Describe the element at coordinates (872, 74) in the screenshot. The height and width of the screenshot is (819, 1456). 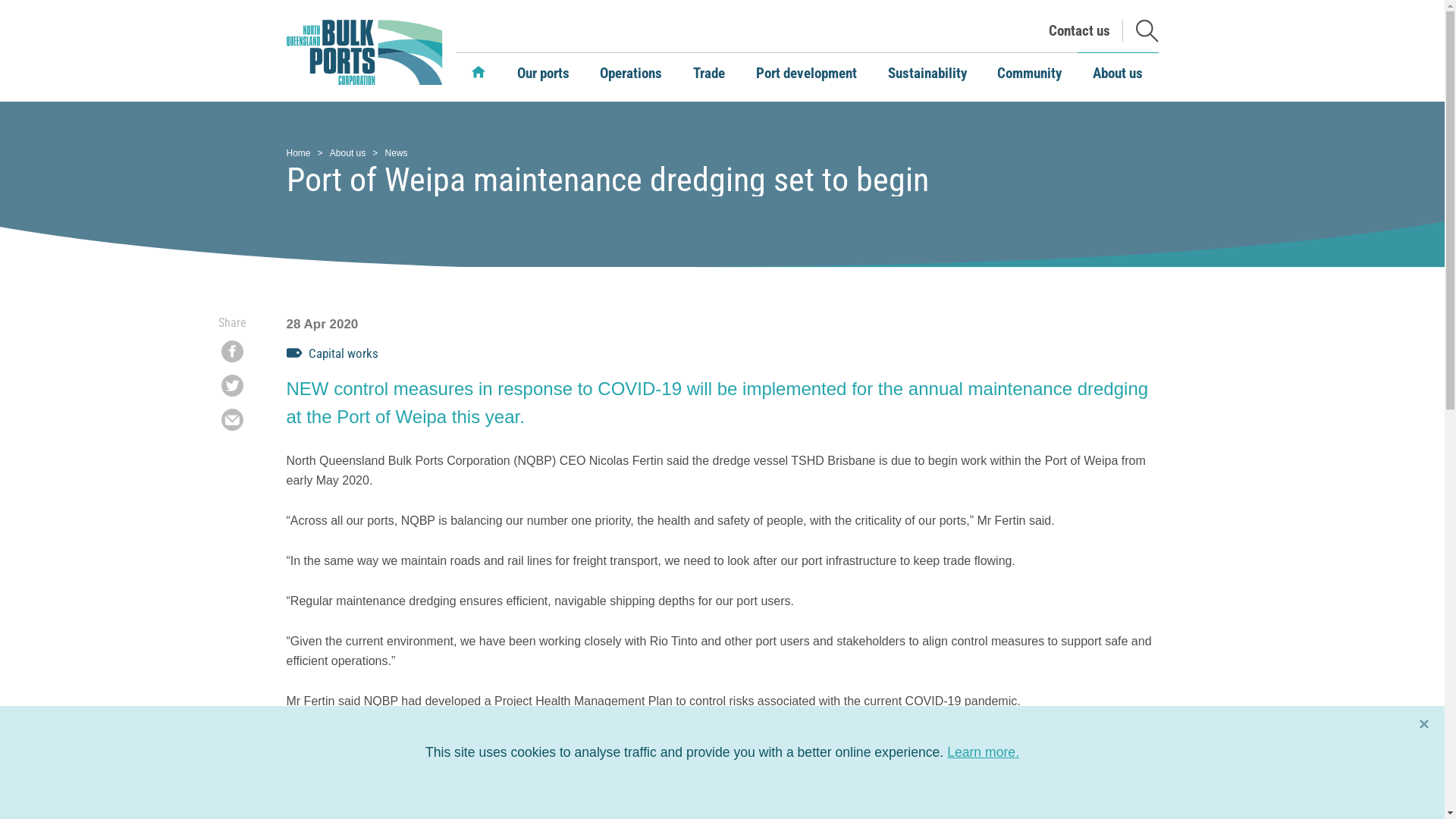
I see `'Sustainability'` at that location.